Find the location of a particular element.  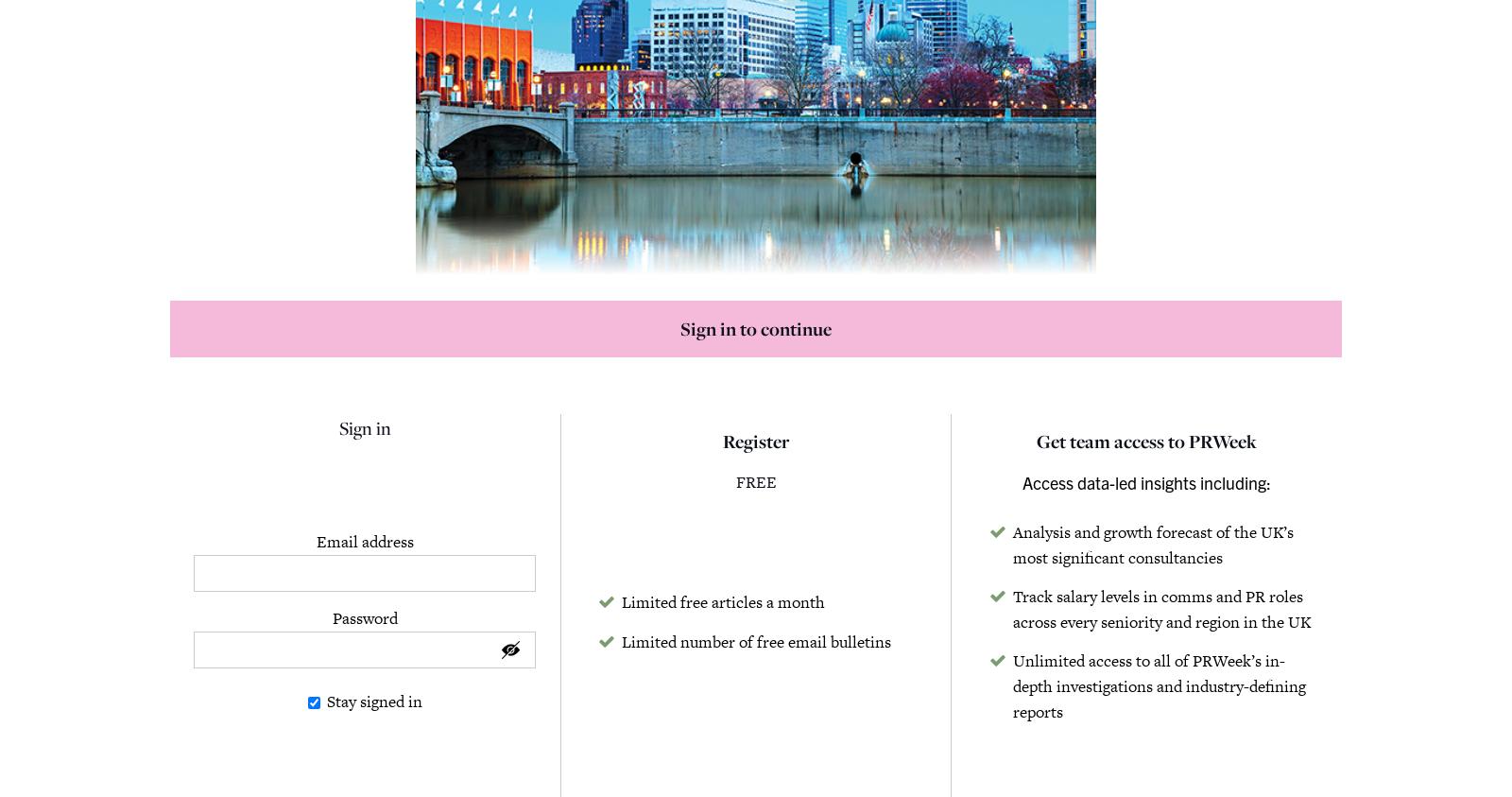

'Sign in to continue' is located at coordinates (756, 326).